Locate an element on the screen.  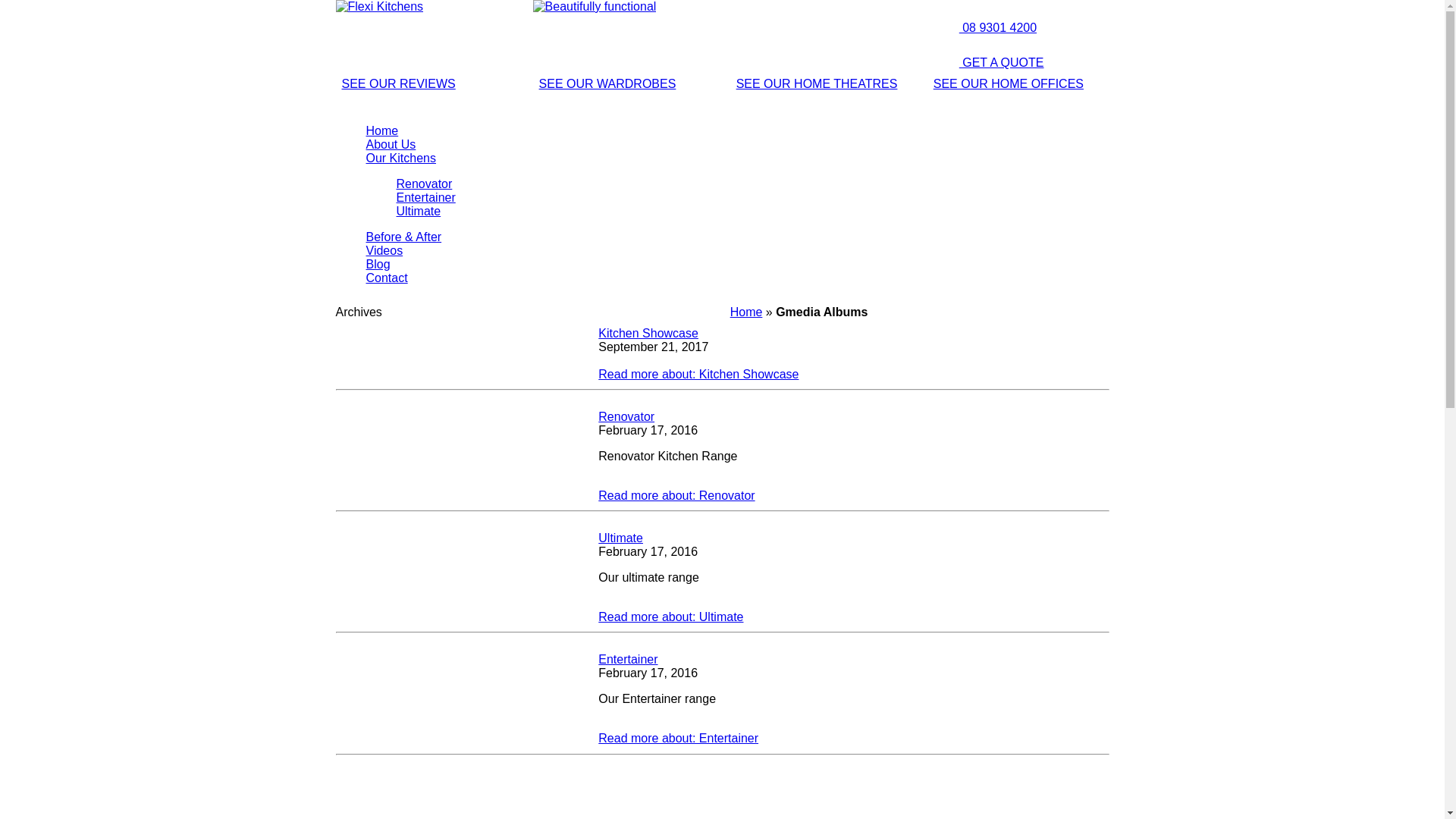
'Read more about: Renovator' is located at coordinates (676, 495).